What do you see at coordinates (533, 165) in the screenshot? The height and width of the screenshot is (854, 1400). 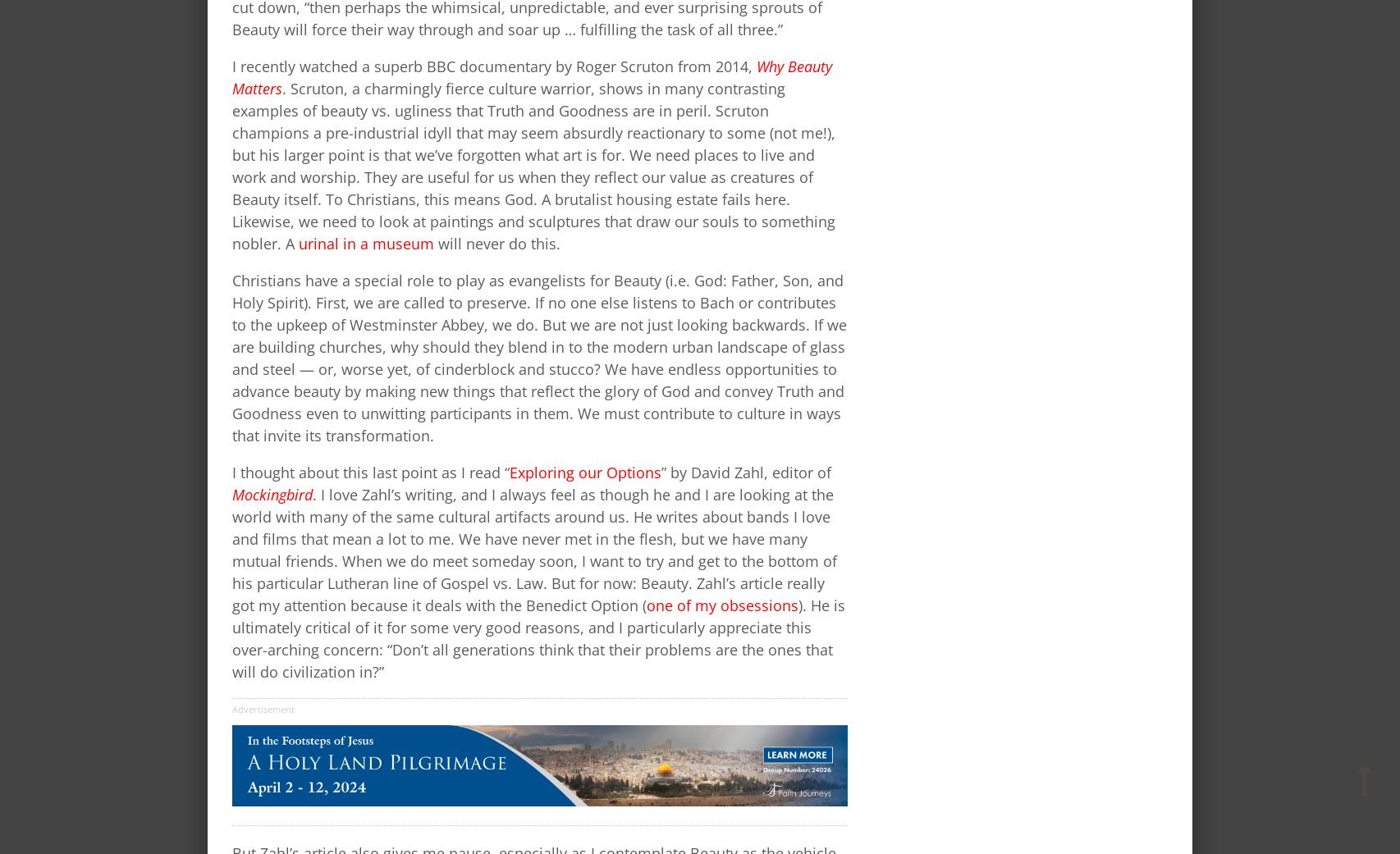 I see `'. Scruton, a charmingly fierce culture warrior, shows in many contrasting examples of beauty vs. ugliness that Truth and Goodness are in peril. Scruton champions a pre-industrial idyll that may seem absurdly reactionary to some (not me!), but his larger point is that we’ve forgotten what art is for. We need places to live and work and worship. They are useful for us when they reflect our value as creatures of Beauty itself. To Christians, this means God. A brutalist housing estate fails here. Likewise, we need to look at paintings and sculptures that draw our souls to something nobler. A'` at bounding box center [533, 165].